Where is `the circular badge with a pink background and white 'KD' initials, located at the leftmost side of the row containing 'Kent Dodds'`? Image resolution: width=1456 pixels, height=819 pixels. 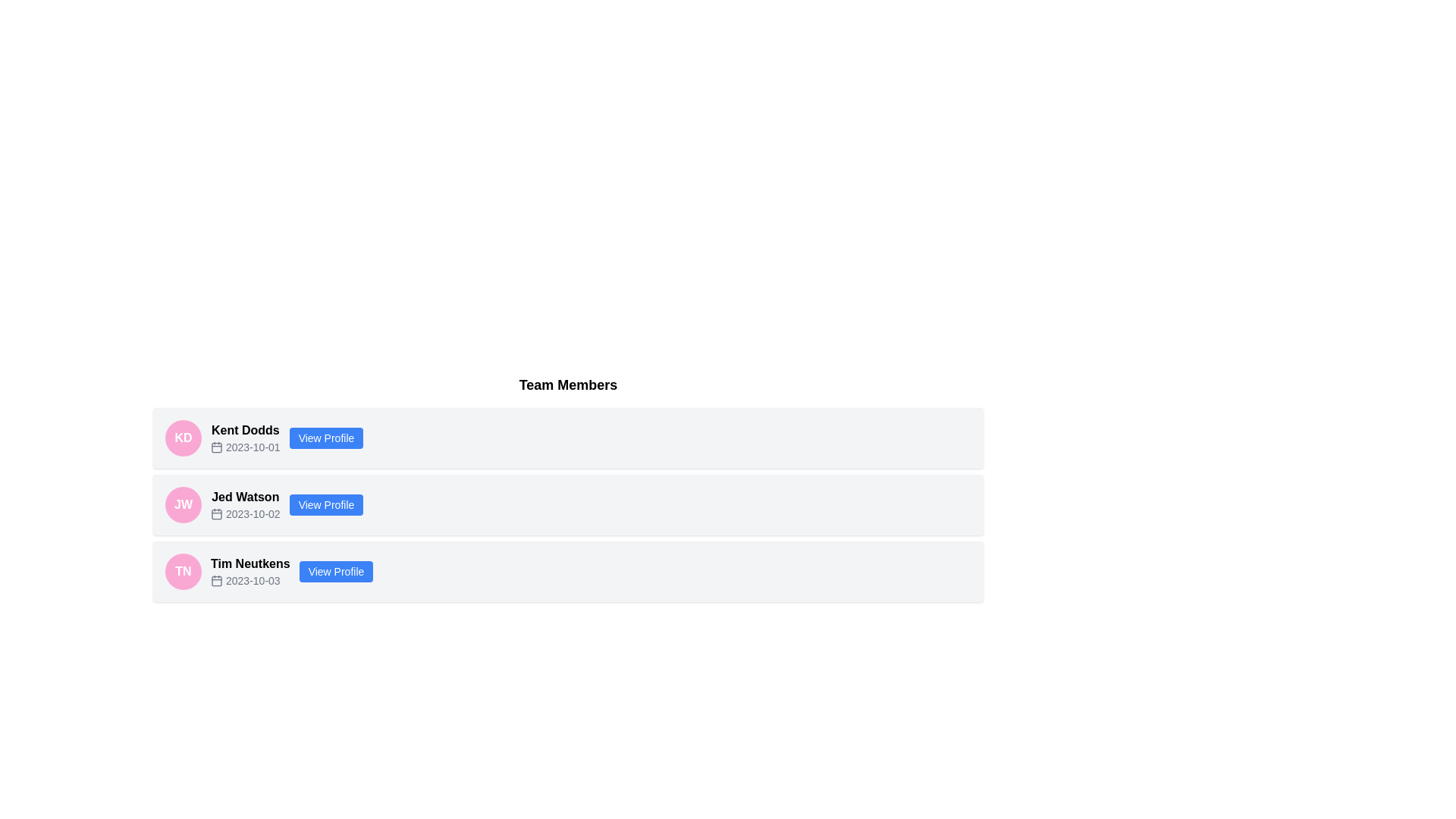
the circular badge with a pink background and white 'KD' initials, located at the leftmost side of the row containing 'Kent Dodds' is located at coordinates (182, 438).